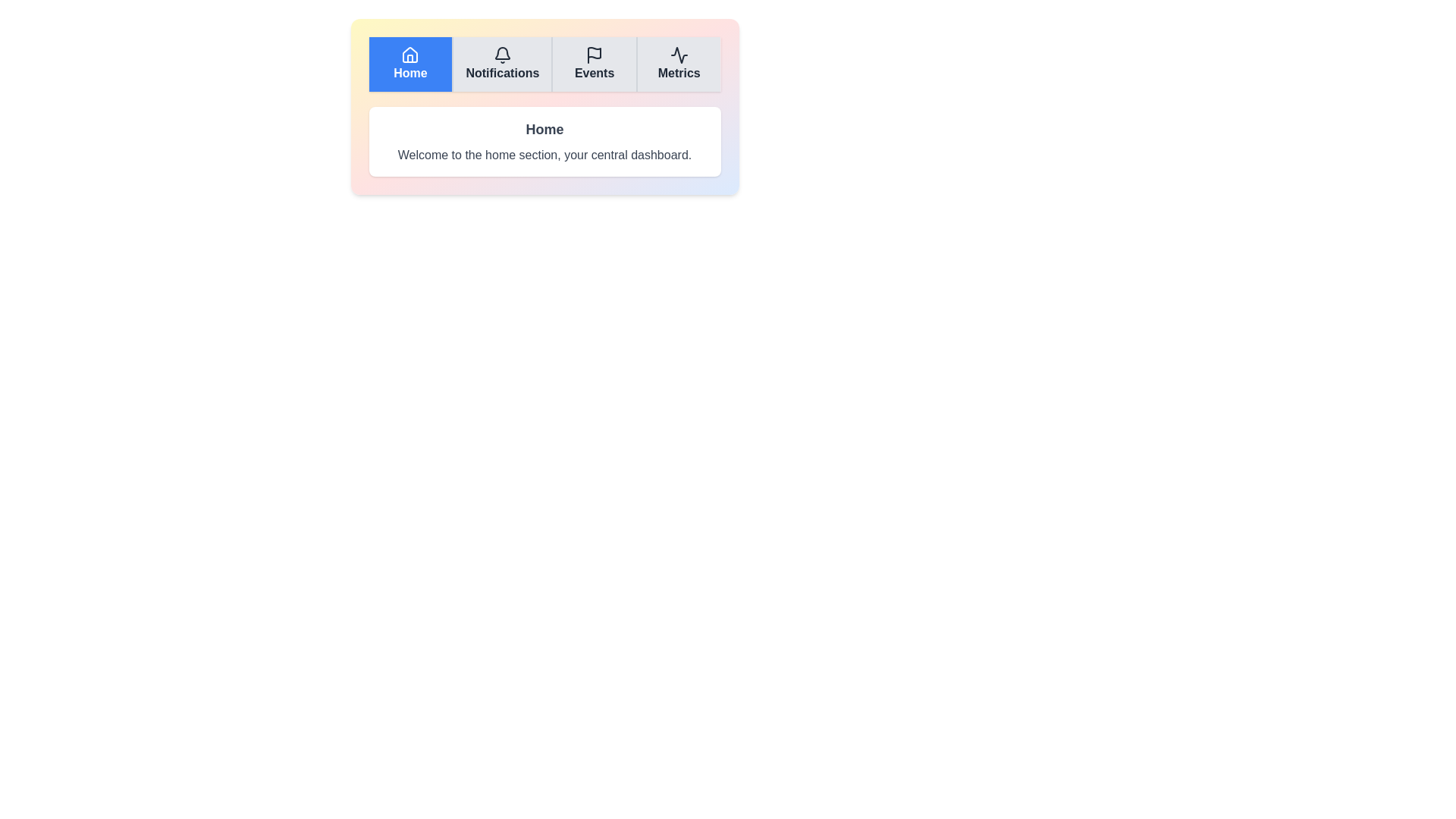 The image size is (1456, 819). What do you see at coordinates (593, 63) in the screenshot?
I see `the Events tab` at bounding box center [593, 63].